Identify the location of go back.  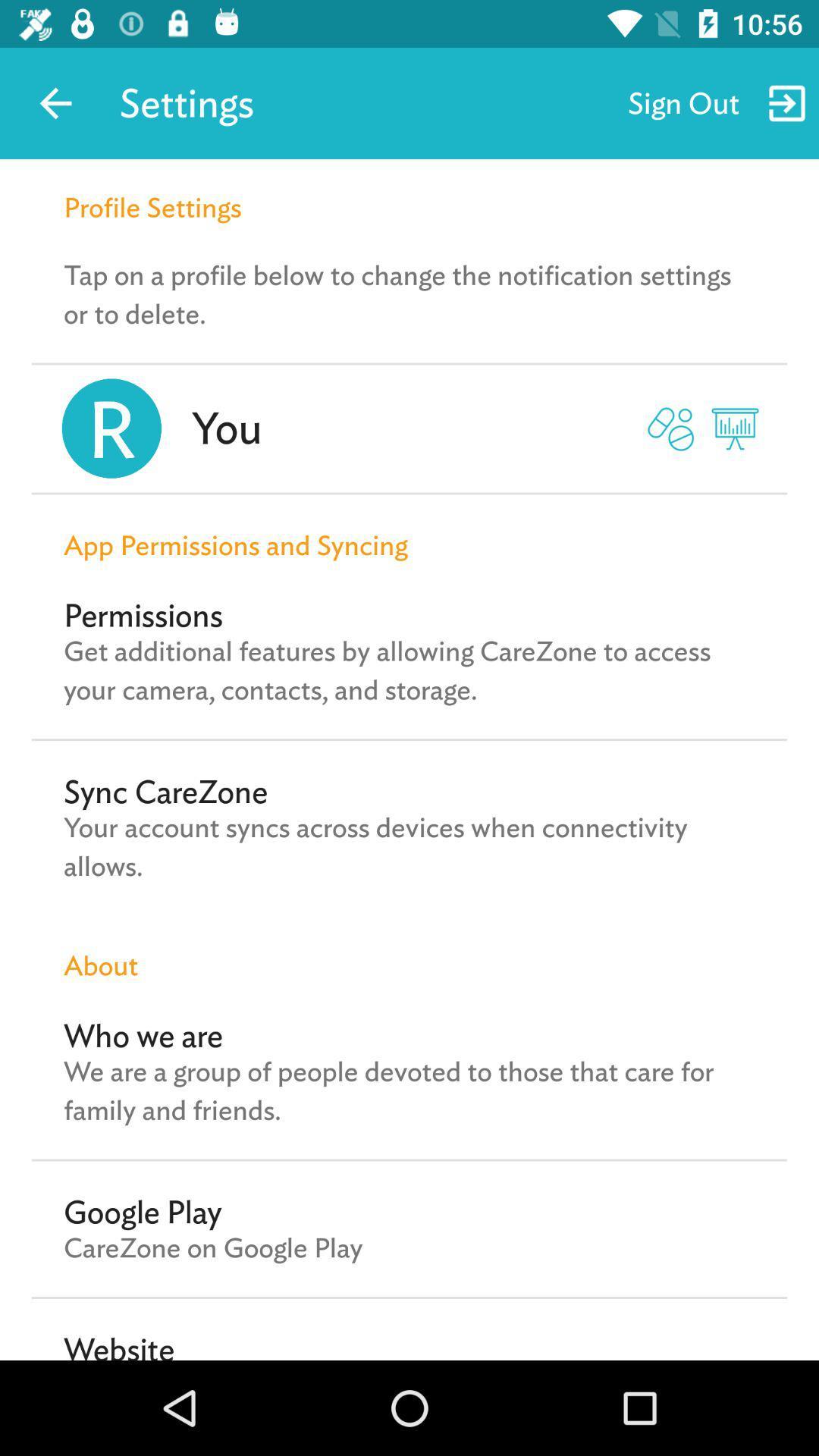
(55, 102).